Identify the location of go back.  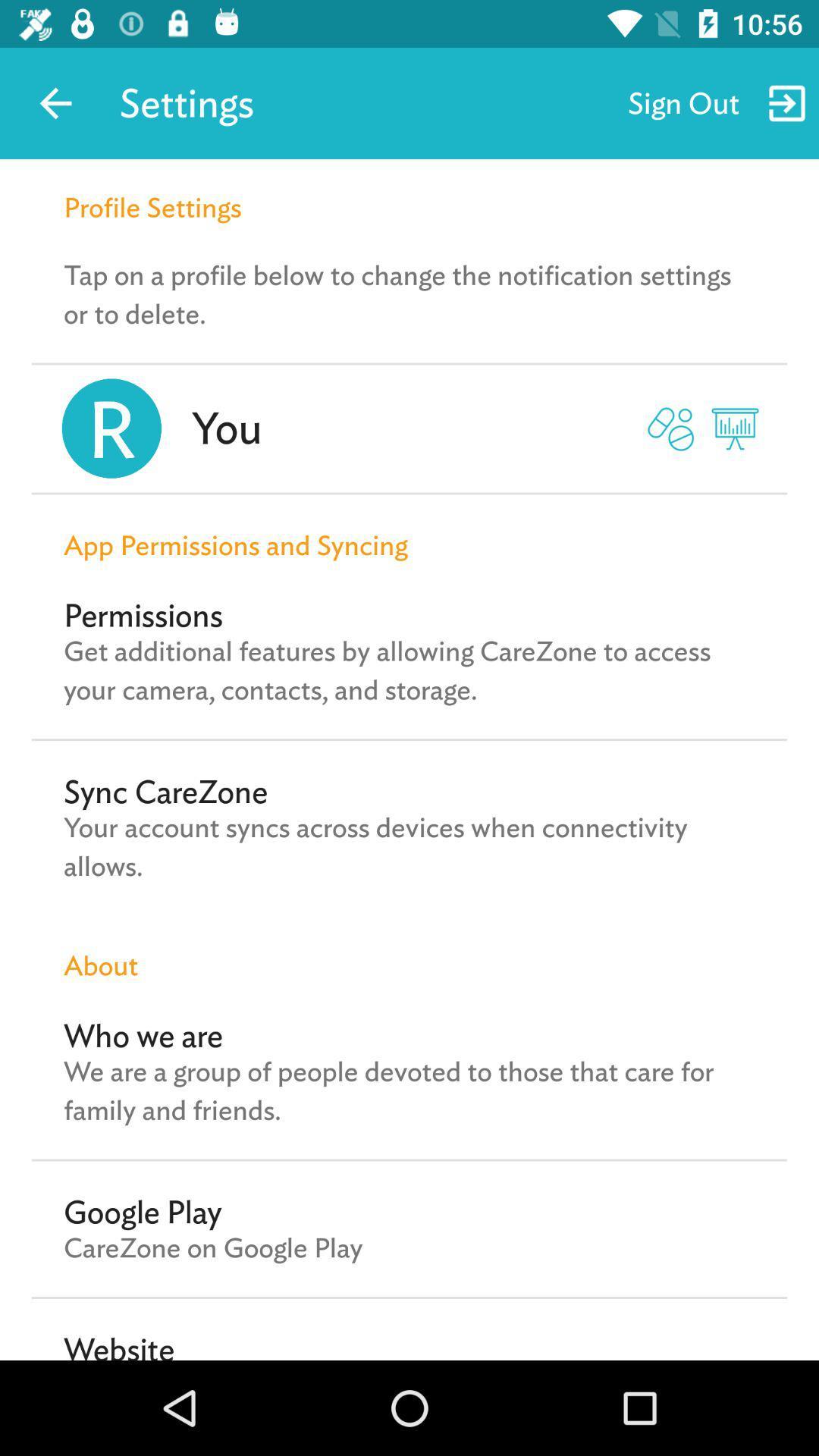
(55, 102).